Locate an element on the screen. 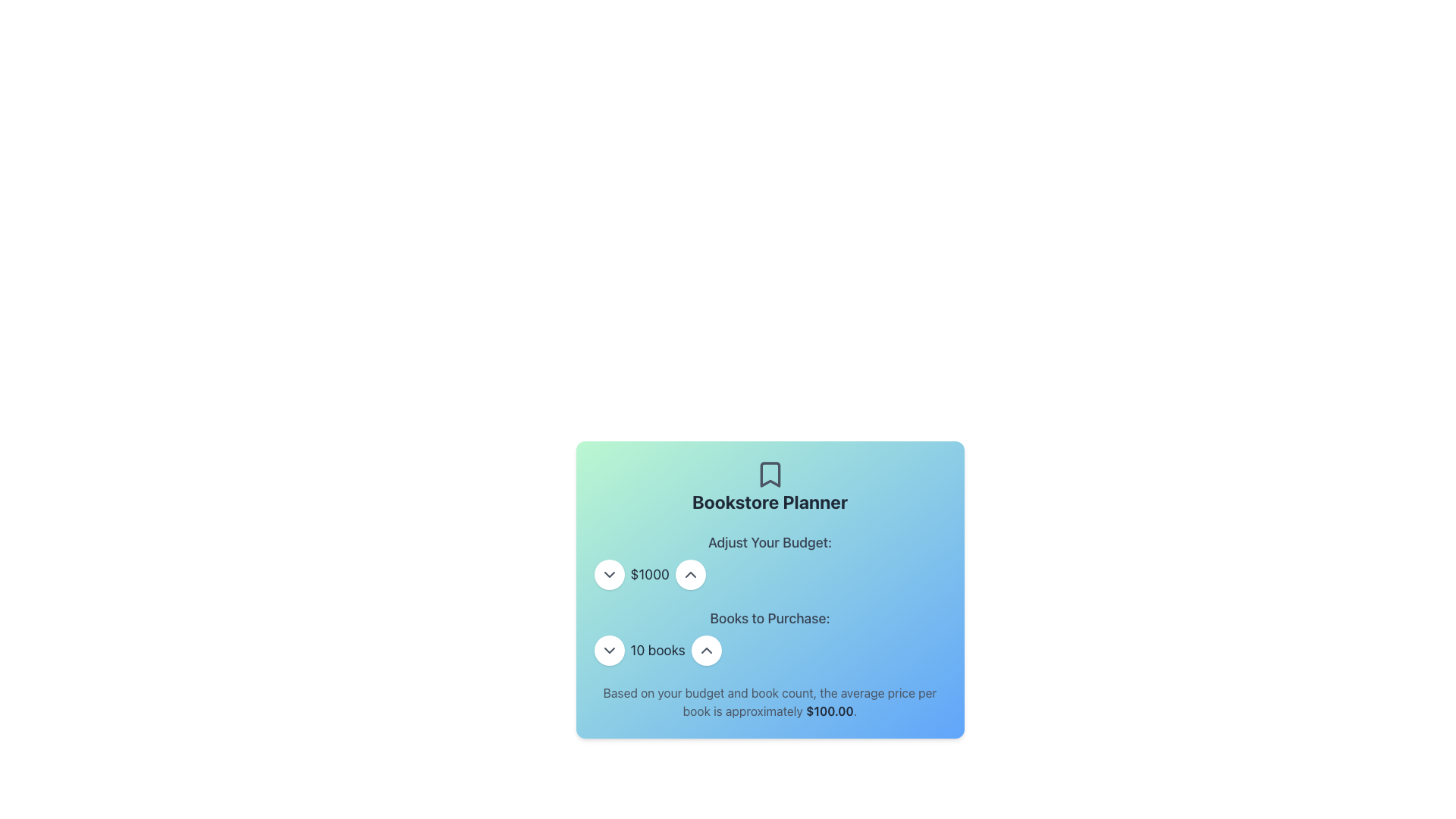 Image resolution: width=1456 pixels, height=819 pixels. the circular white button with an upward-pointing chevron icon located under 'Books to Purchase', aligned with '10 books' is located at coordinates (705, 649).